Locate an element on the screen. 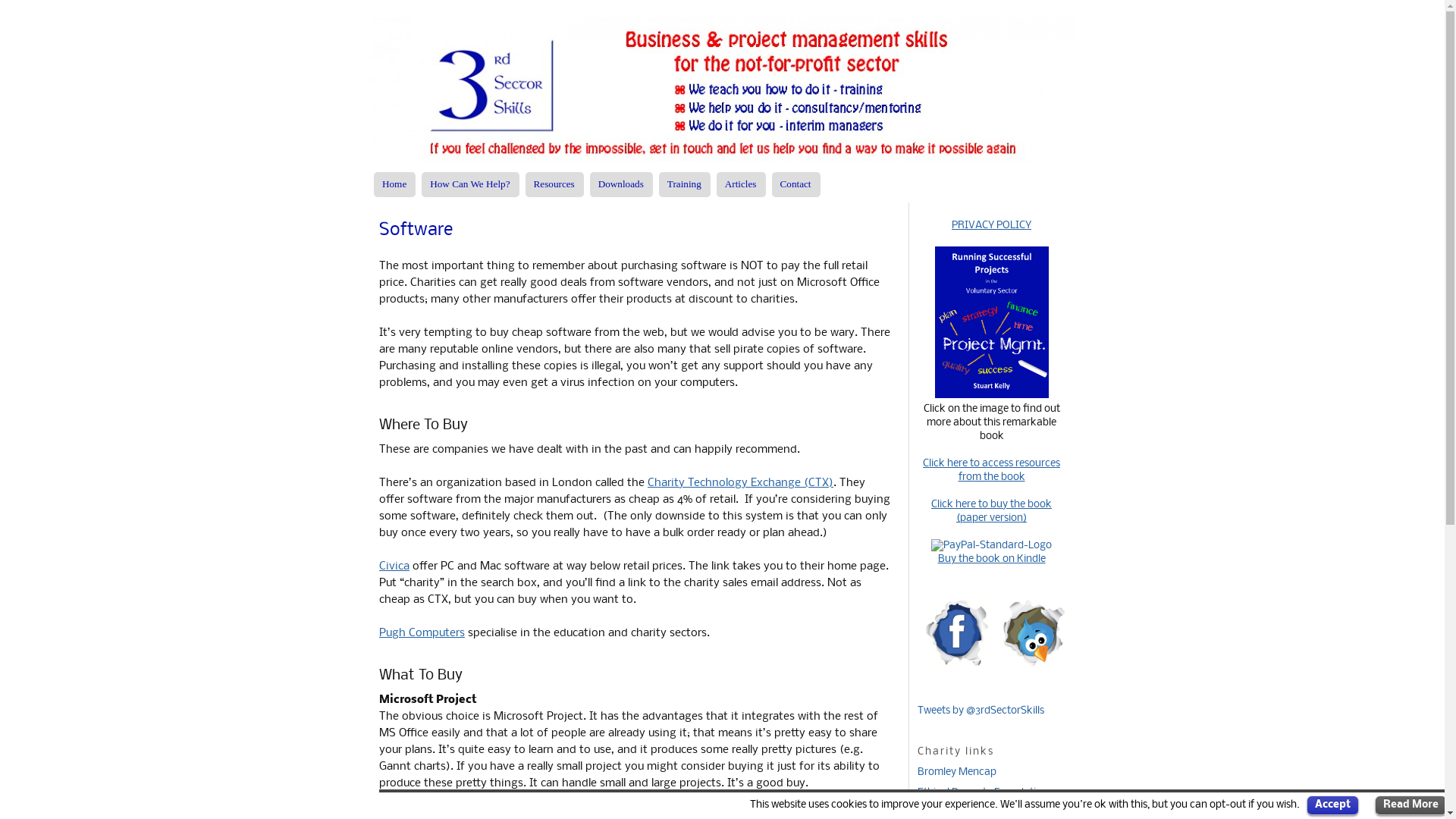  'Articles' is located at coordinates (741, 184).